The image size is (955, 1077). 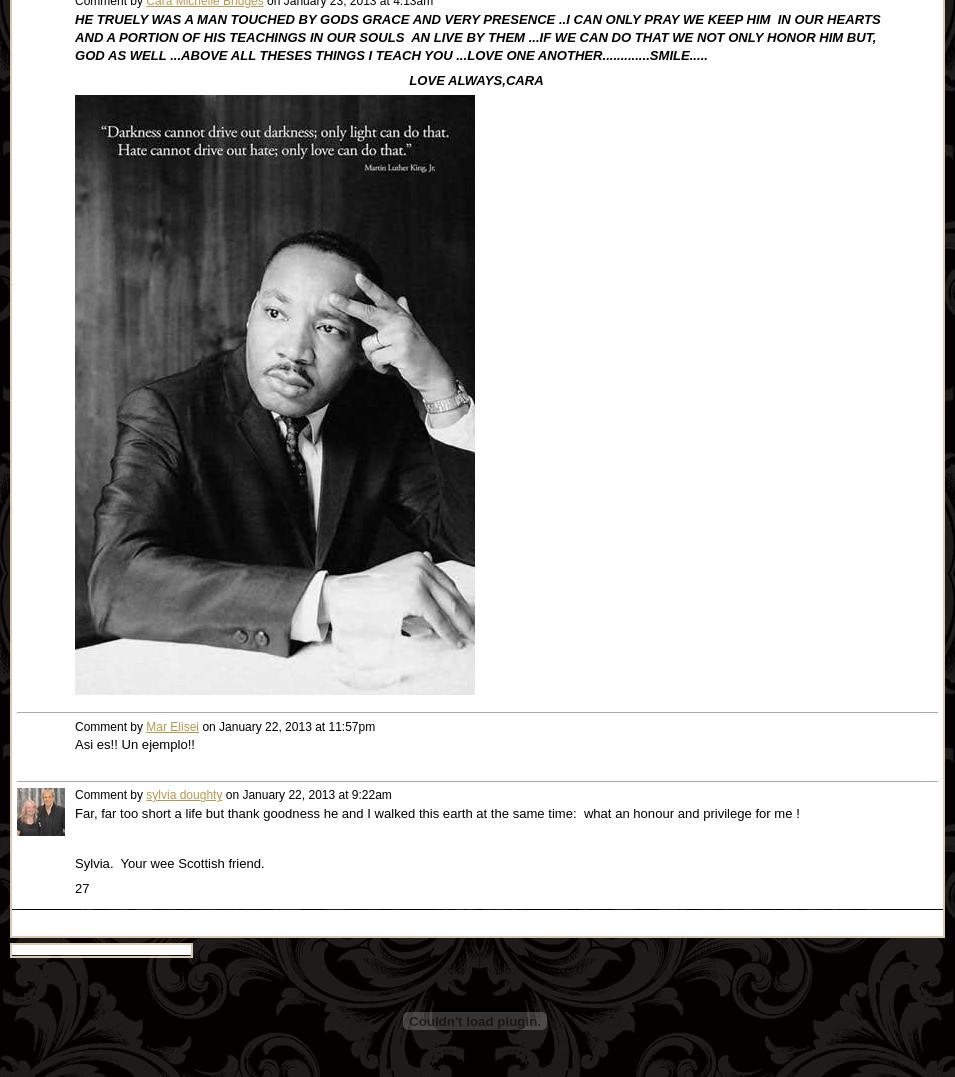 What do you see at coordinates (199, 726) in the screenshot?
I see `'on January 22, 2013 at 11:57pm'` at bounding box center [199, 726].